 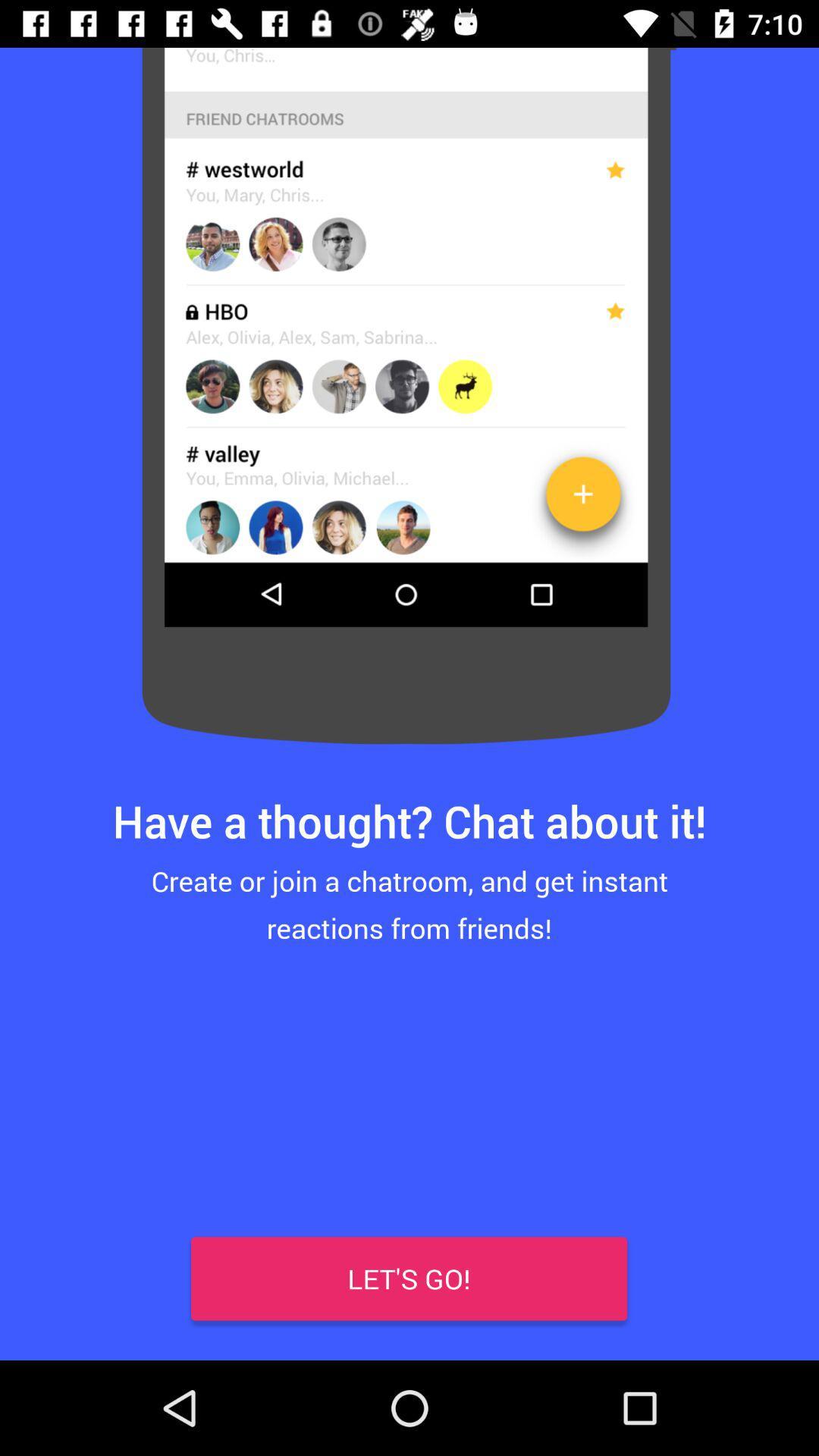 I want to click on icon below the create or join, so click(x=408, y=1278).